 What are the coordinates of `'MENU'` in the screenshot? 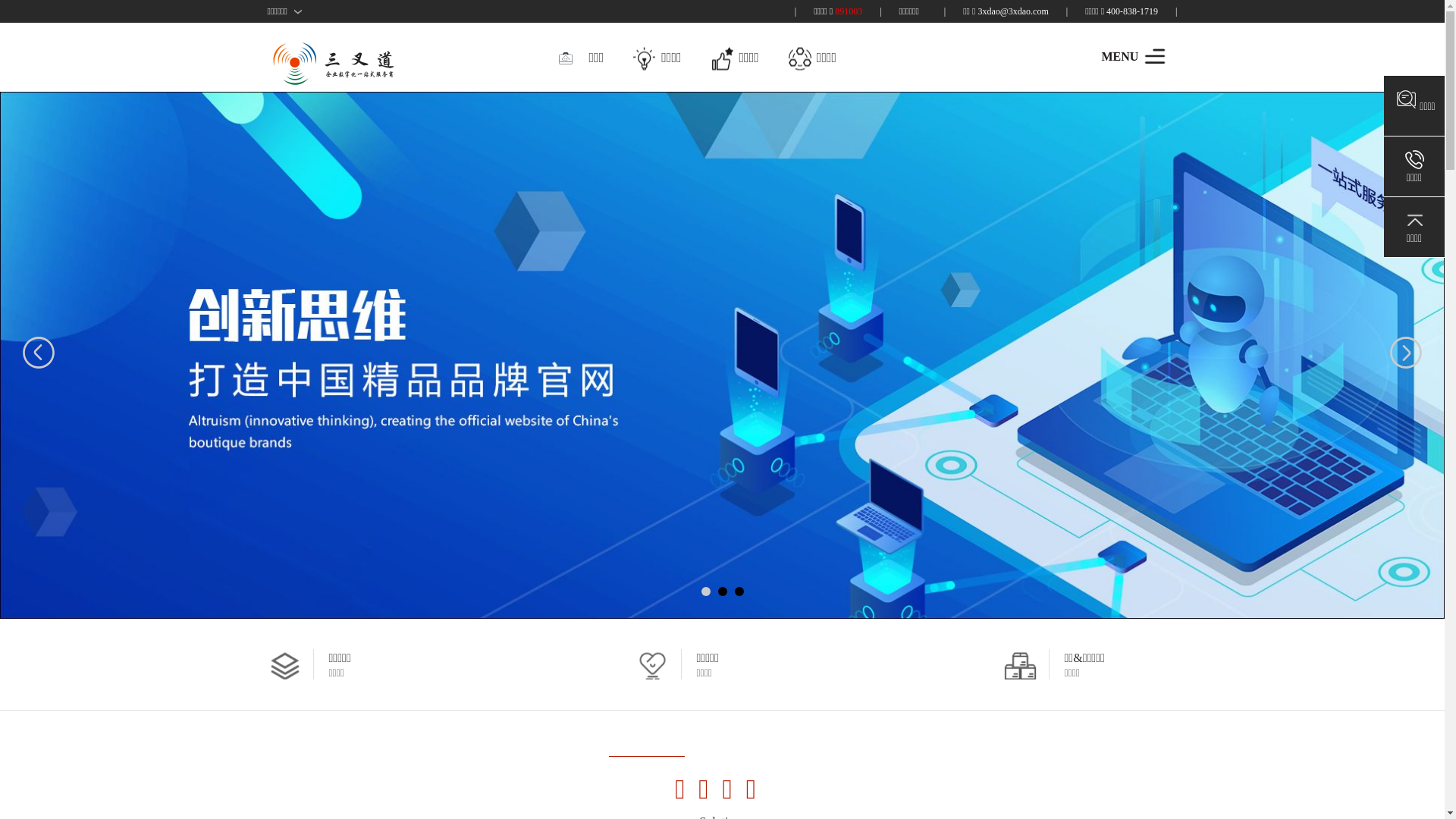 It's located at (1131, 55).